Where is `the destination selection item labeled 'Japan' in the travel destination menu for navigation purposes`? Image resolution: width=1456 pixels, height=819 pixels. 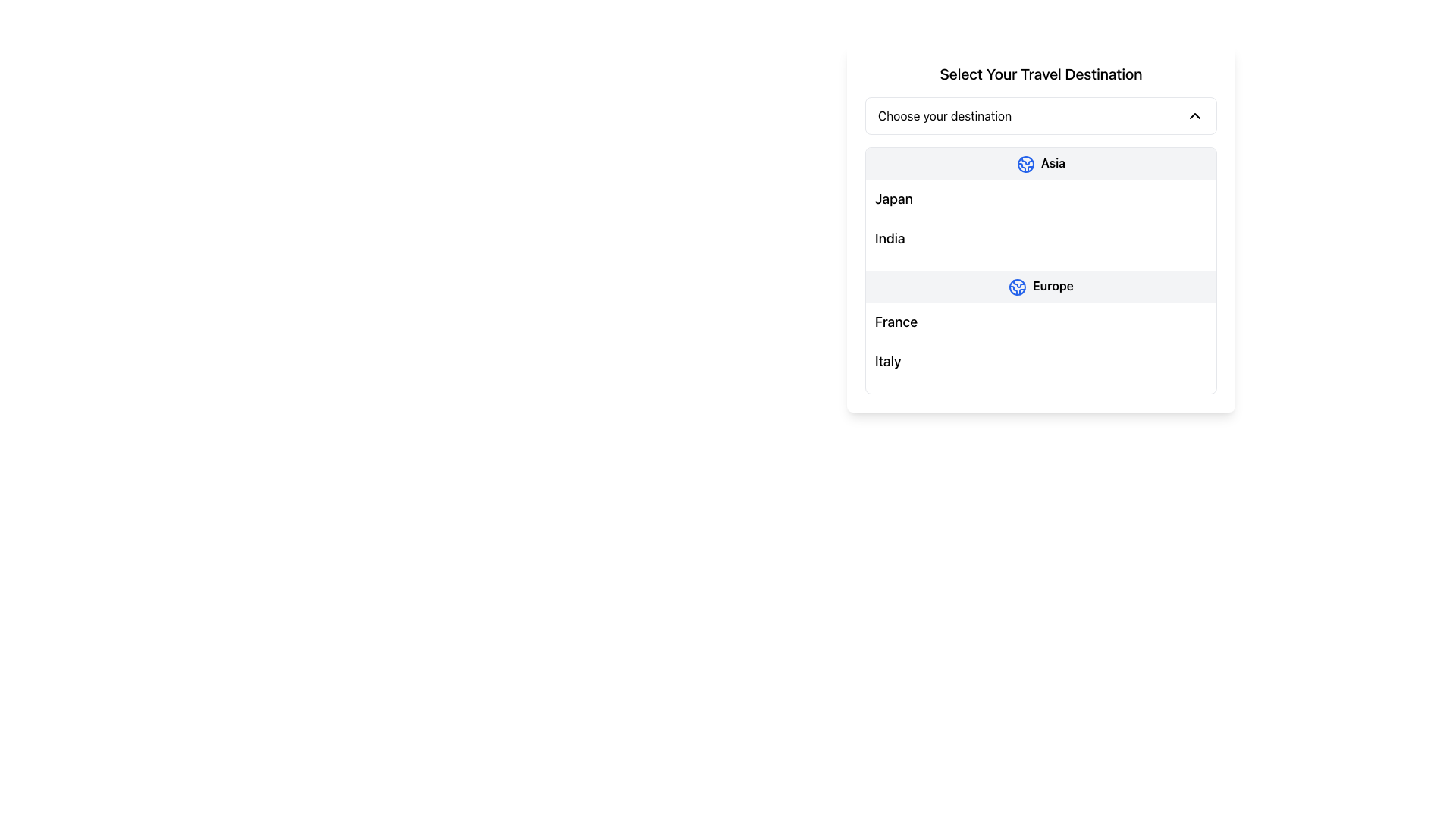 the destination selection item labeled 'Japan' in the travel destination menu for navigation purposes is located at coordinates (1040, 198).